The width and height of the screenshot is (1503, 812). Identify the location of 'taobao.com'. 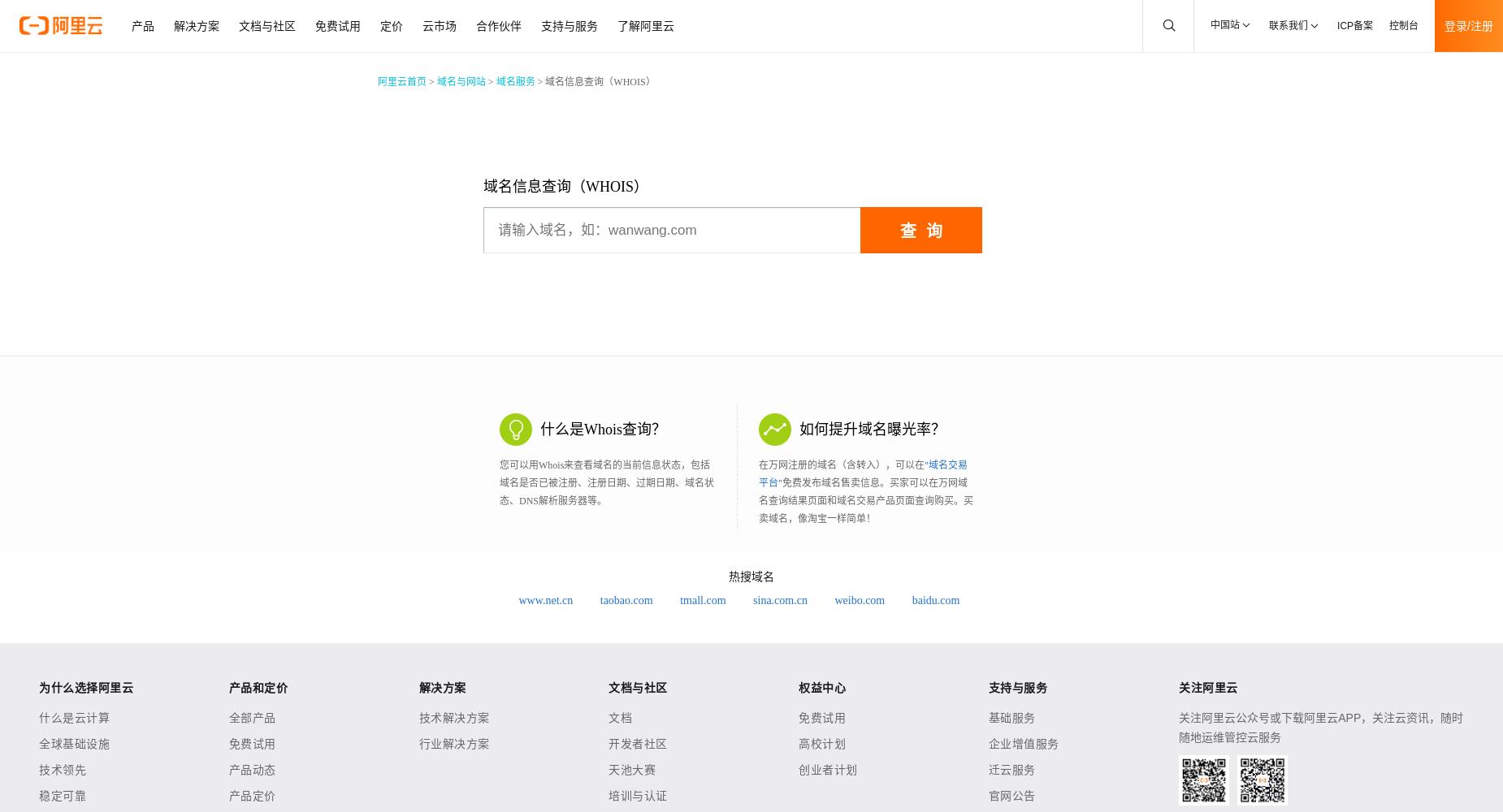
(626, 599).